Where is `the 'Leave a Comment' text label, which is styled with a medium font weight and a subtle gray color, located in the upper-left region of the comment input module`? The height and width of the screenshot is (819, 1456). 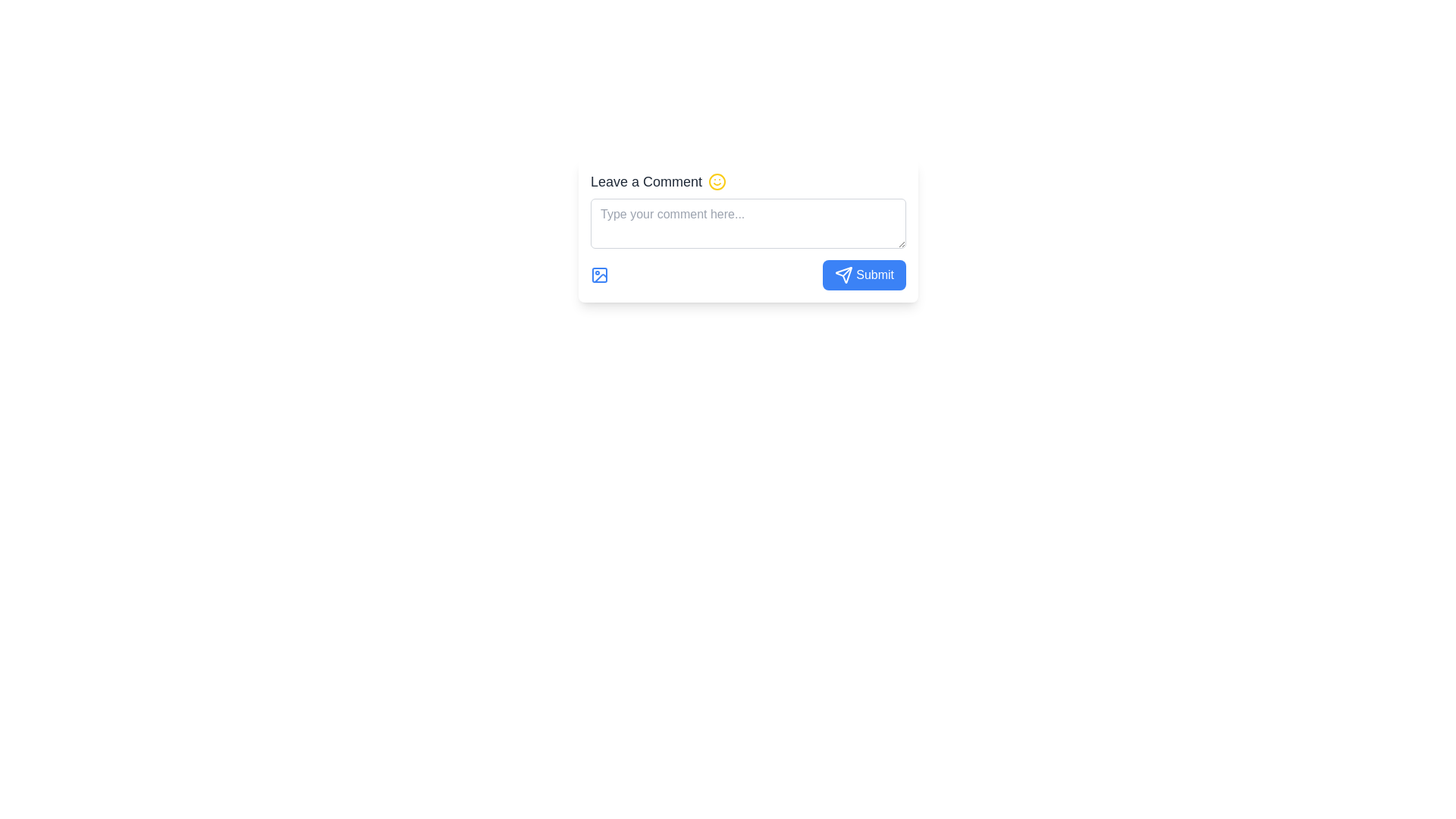
the 'Leave a Comment' text label, which is styled with a medium font weight and a subtle gray color, located in the upper-left region of the comment input module is located at coordinates (646, 180).